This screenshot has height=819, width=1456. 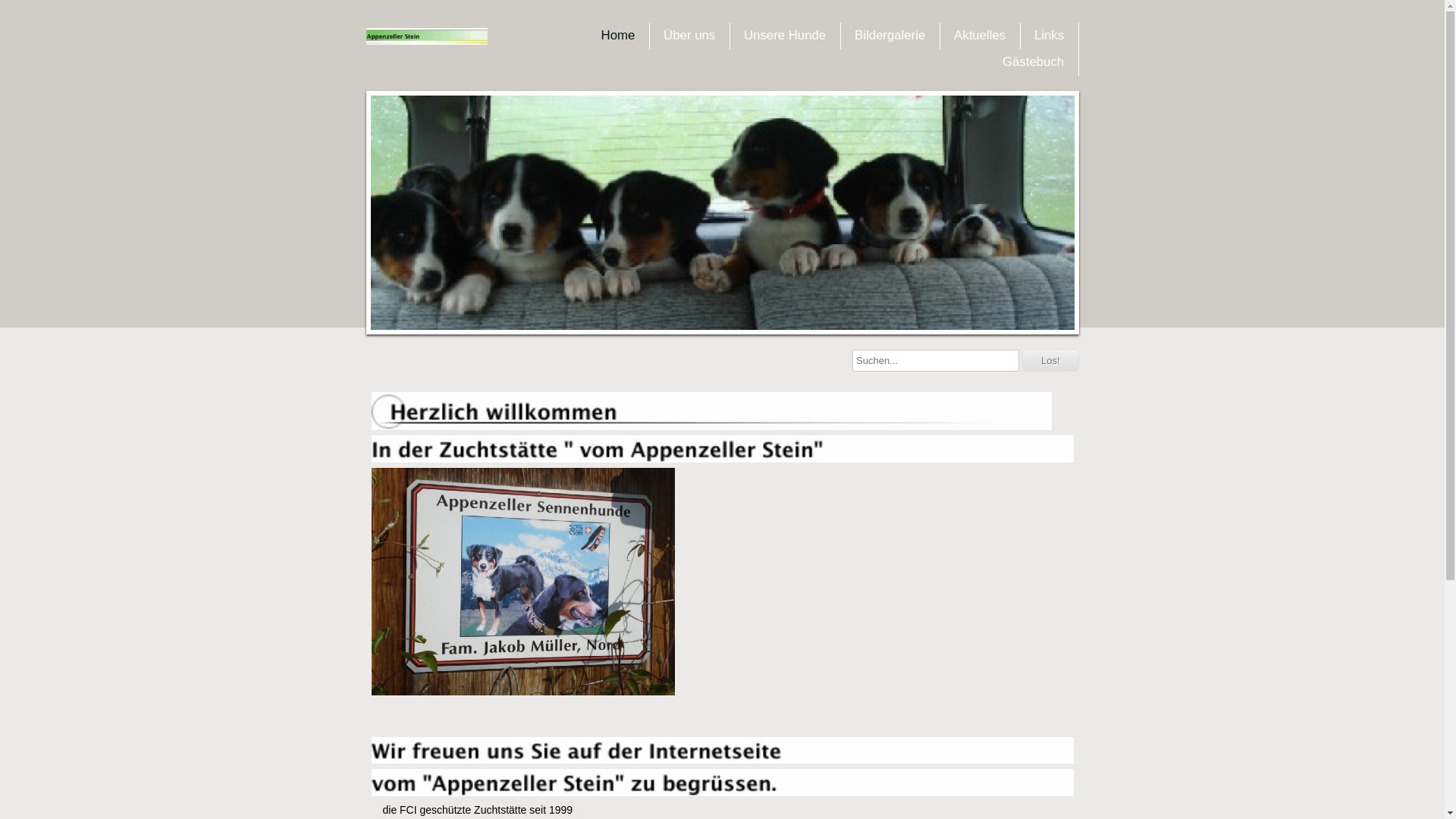 What do you see at coordinates (618, 34) in the screenshot?
I see `'Home'` at bounding box center [618, 34].